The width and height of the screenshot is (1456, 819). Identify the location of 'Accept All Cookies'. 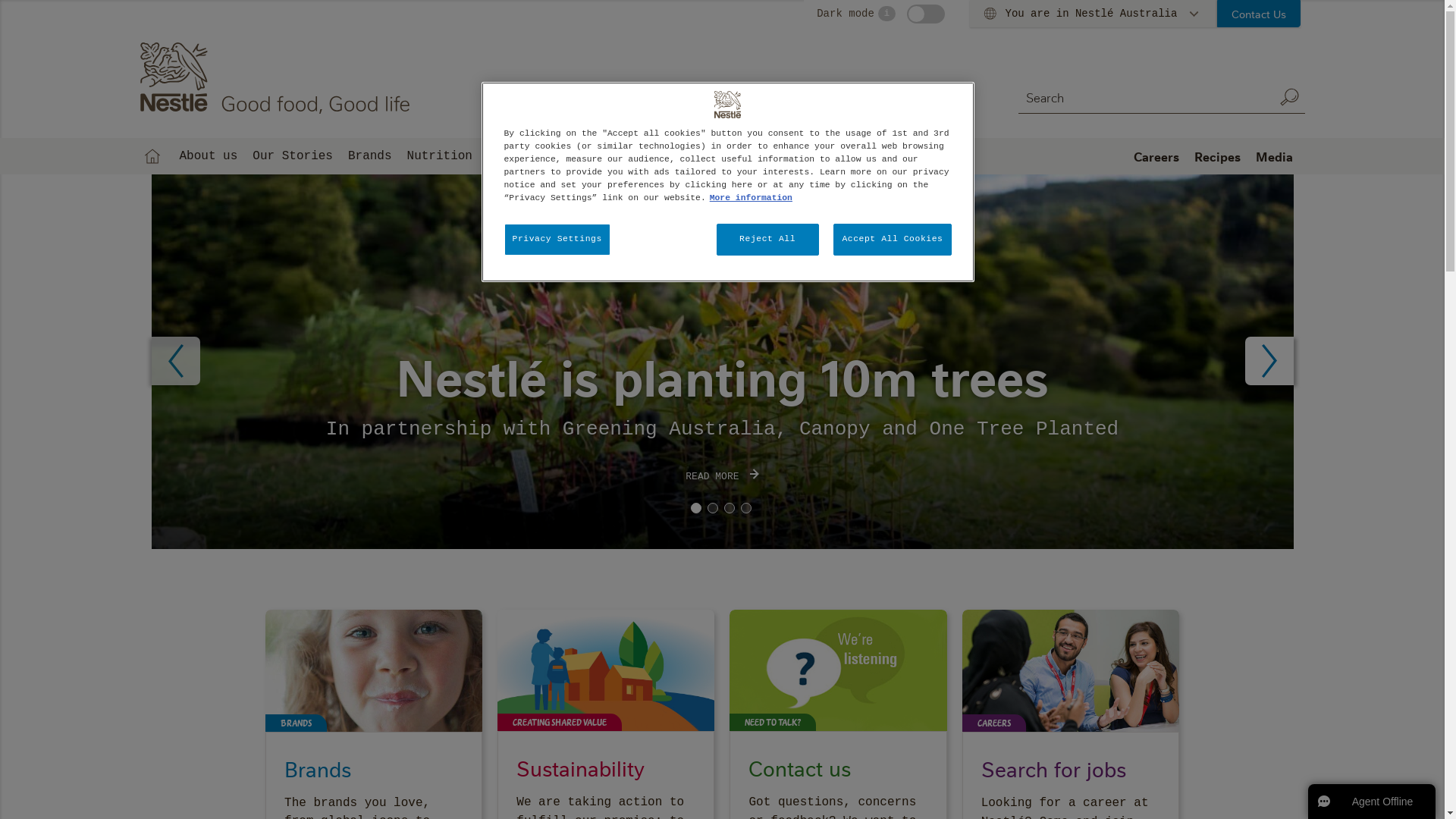
(892, 239).